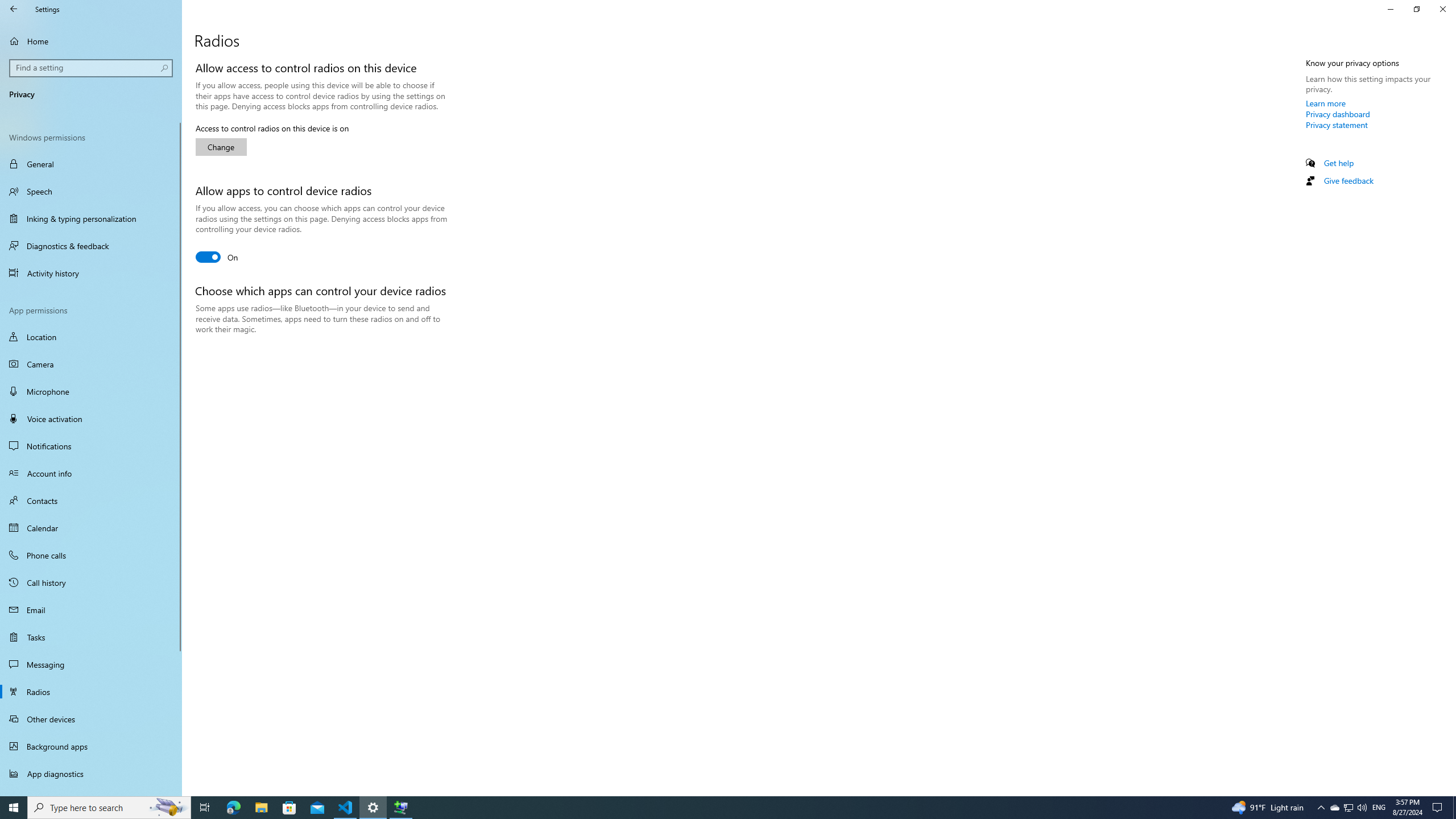 This screenshot has height=819, width=1456. Describe the element at coordinates (90, 41) in the screenshot. I see `'Home'` at that location.